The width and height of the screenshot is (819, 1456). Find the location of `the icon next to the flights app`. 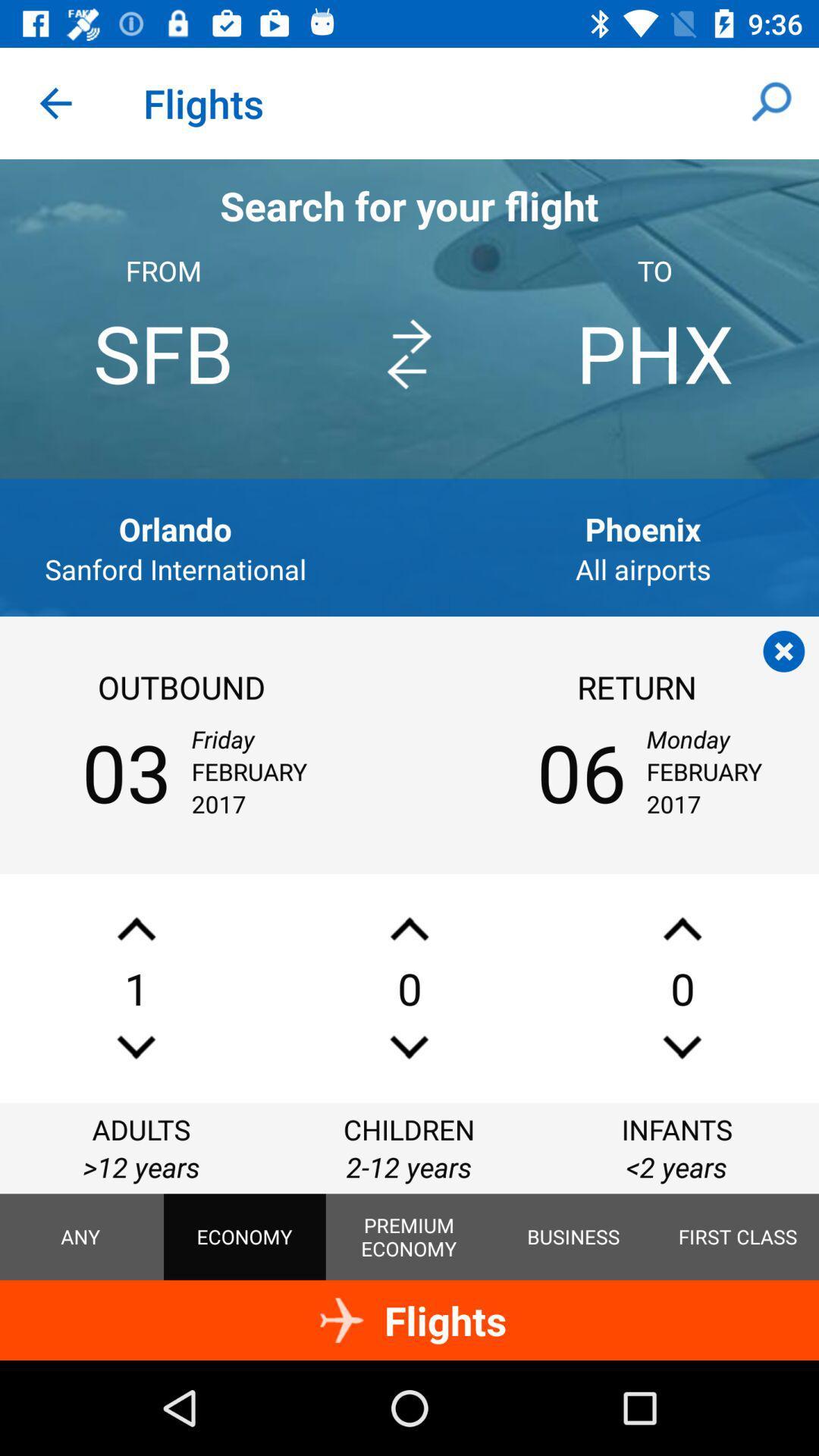

the icon next to the flights app is located at coordinates (55, 102).